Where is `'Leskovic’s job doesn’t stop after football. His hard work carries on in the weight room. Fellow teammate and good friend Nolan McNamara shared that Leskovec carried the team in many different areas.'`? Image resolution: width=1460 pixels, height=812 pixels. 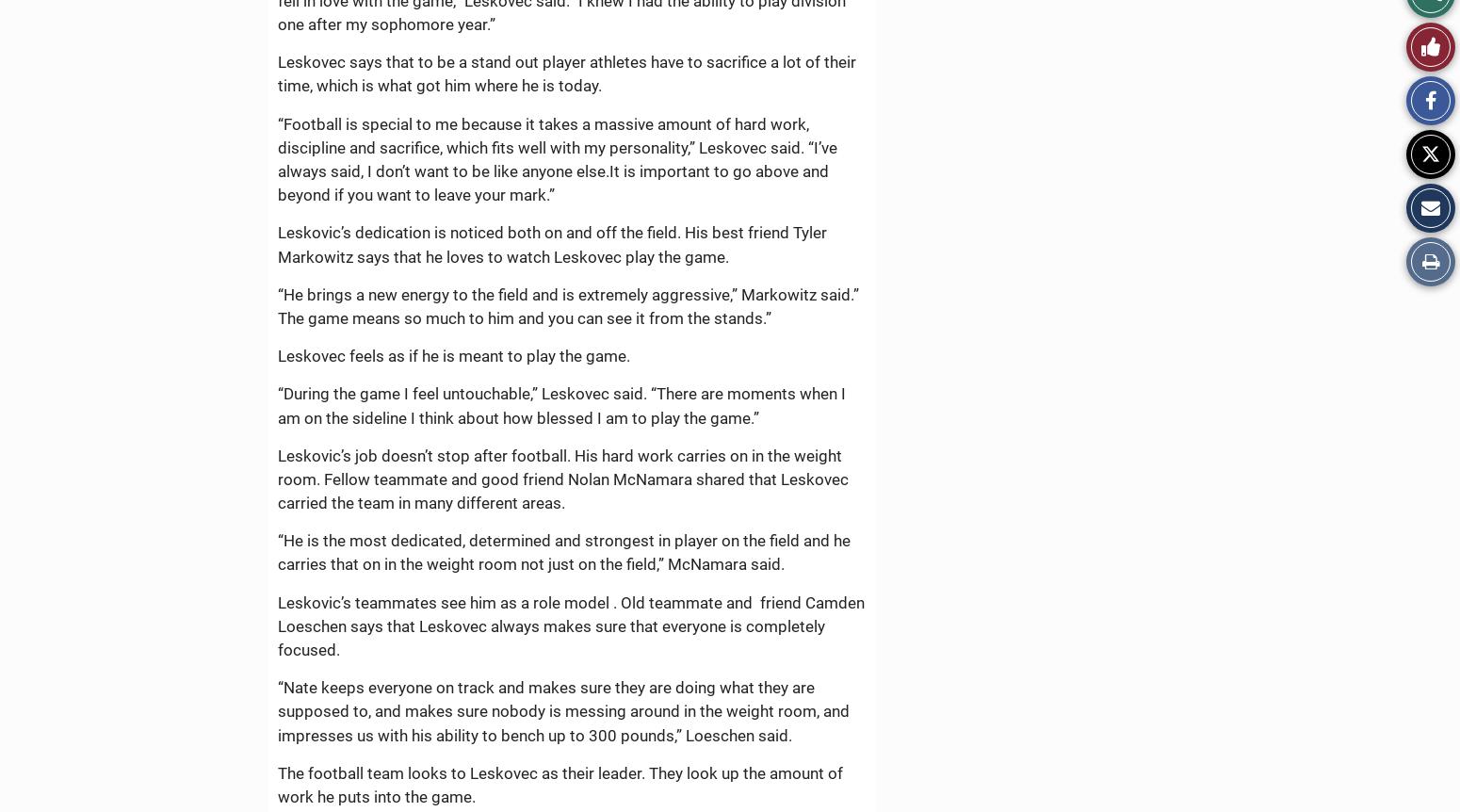 'Leskovic’s job doesn’t stop after football. His hard work carries on in the weight room. Fellow teammate and good friend Nolan McNamara shared that Leskovec carried the team in many different areas.' is located at coordinates (562, 478).